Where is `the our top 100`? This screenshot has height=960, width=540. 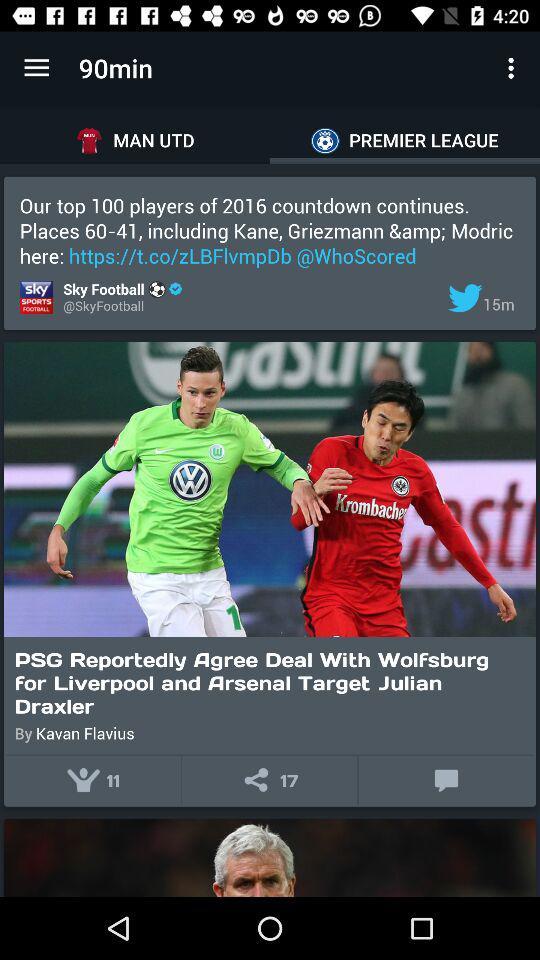
the our top 100 is located at coordinates (270, 230).